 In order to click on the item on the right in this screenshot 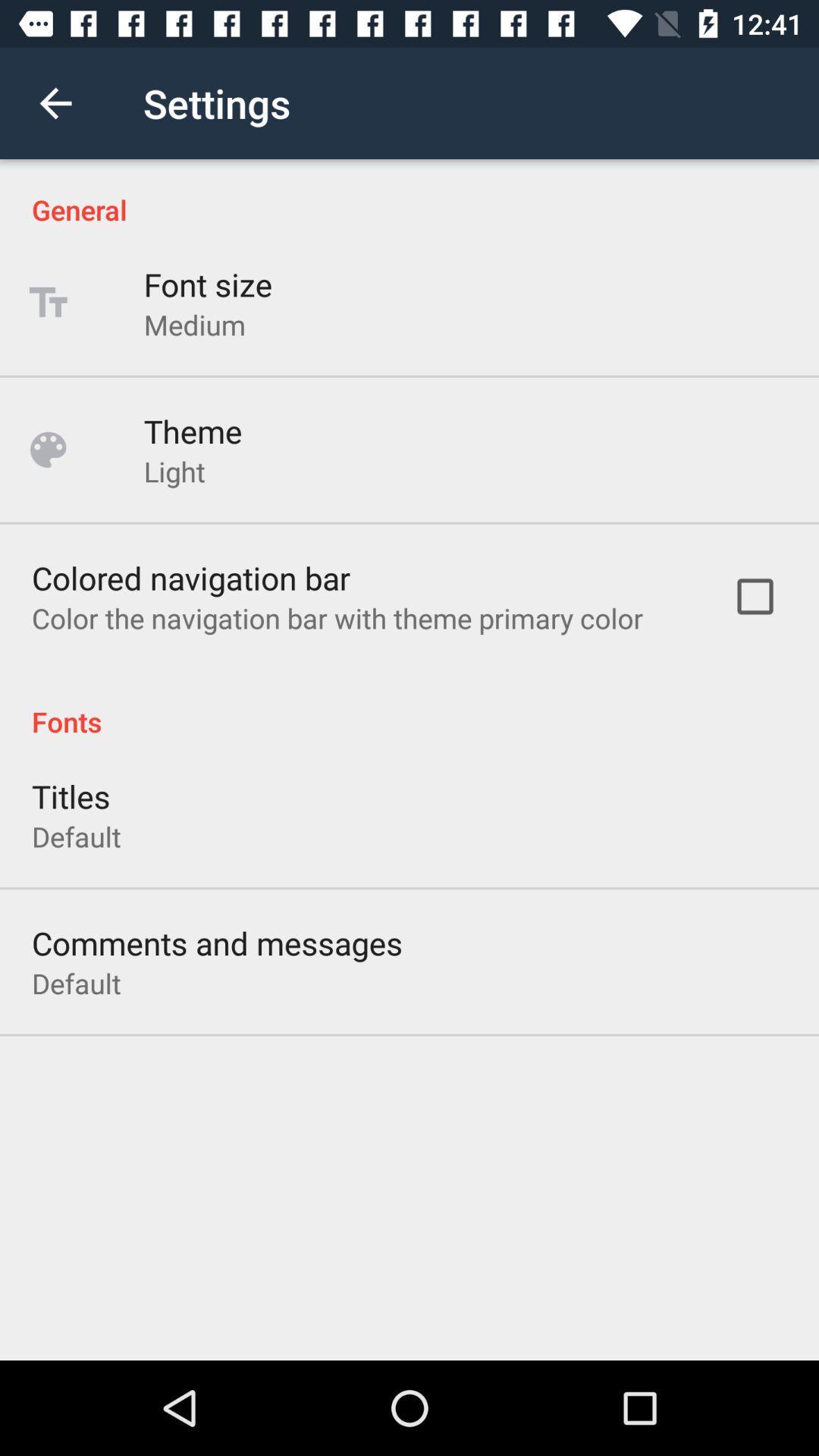, I will do `click(755, 595)`.